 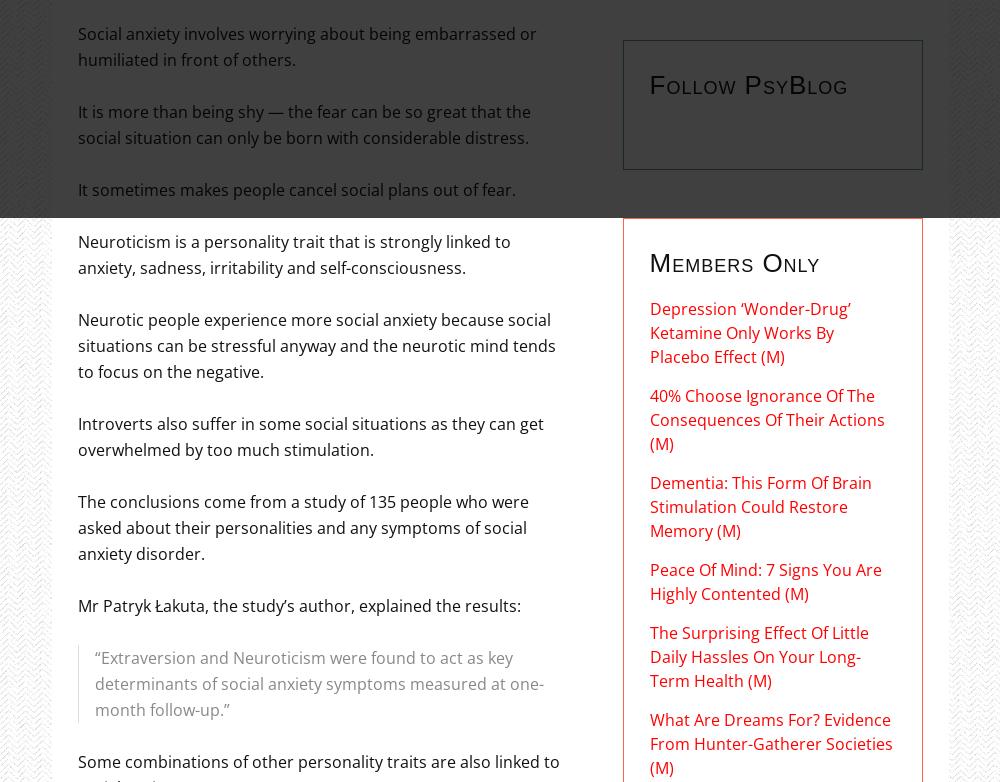 What do you see at coordinates (317, 681) in the screenshot?
I see `'“Extraversion and Neuroticism were found to act as key determinants of social anxiety symptoms measured at one-month follow-up.”'` at bounding box center [317, 681].